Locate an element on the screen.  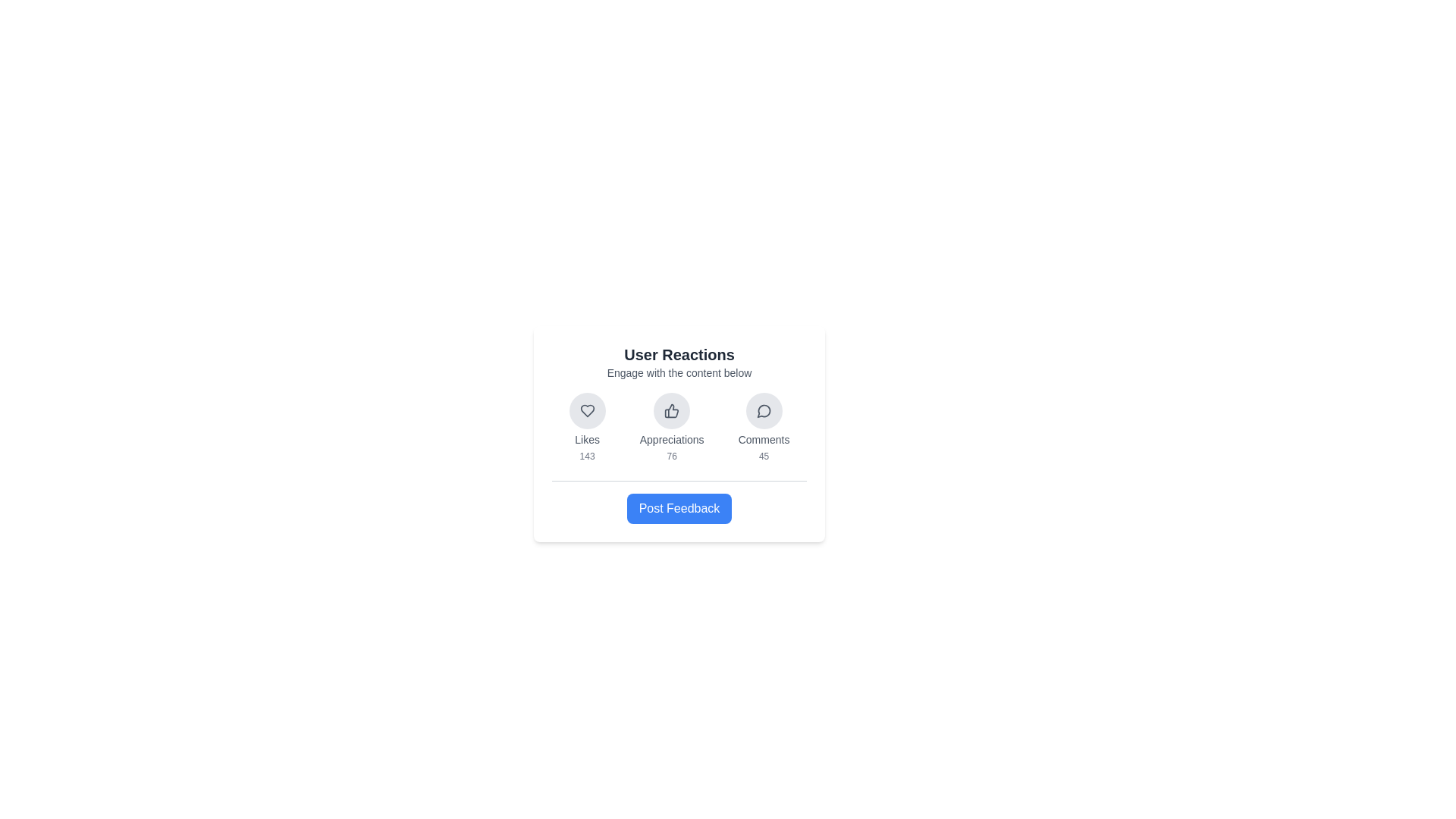
the circular button with a light gray background and a thumbs-up icon in the center is located at coordinates (671, 411).